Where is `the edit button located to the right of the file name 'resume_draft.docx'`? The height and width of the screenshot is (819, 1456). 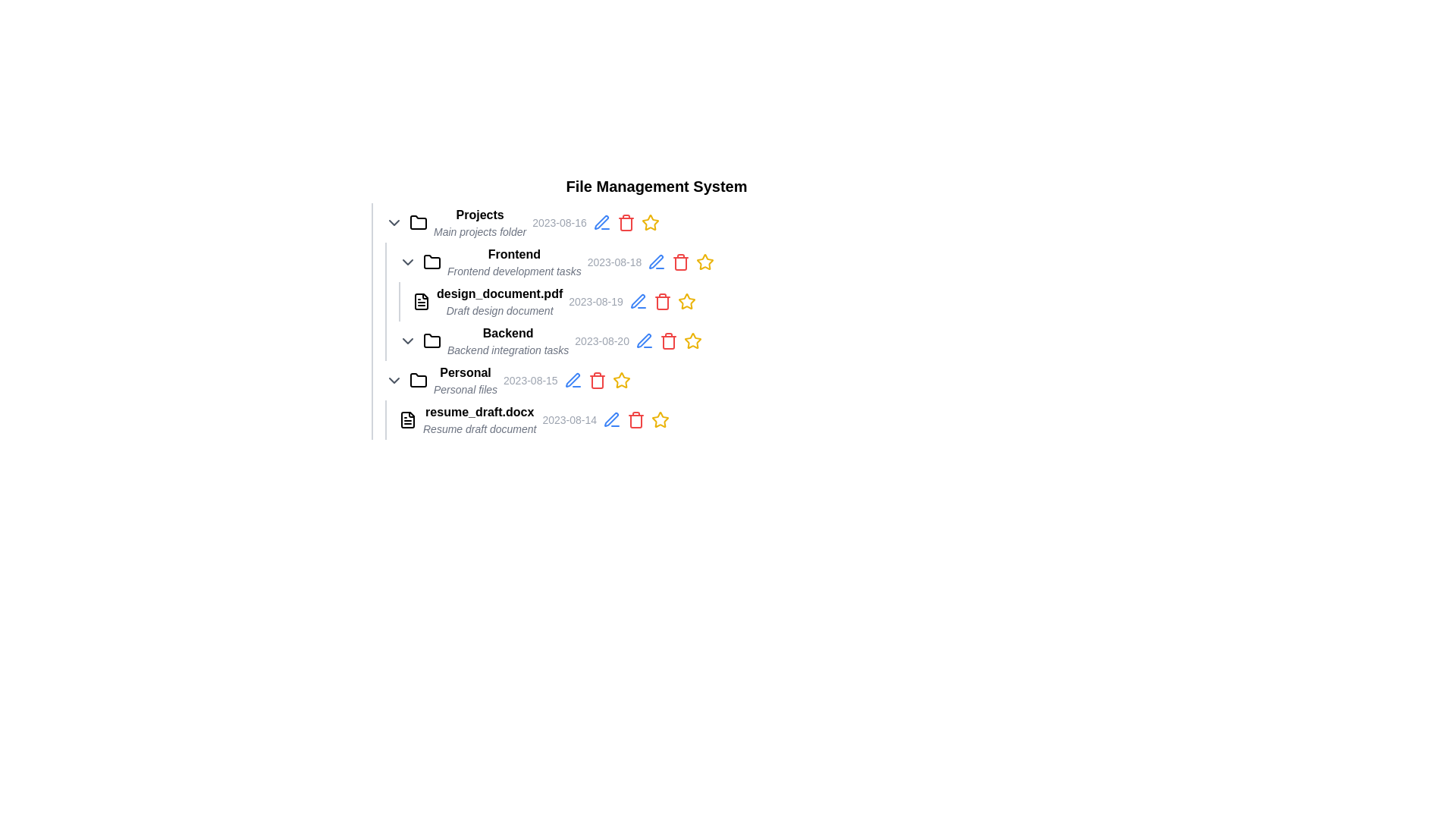 the edit button located to the right of the file name 'resume_draft.docx' is located at coordinates (611, 420).